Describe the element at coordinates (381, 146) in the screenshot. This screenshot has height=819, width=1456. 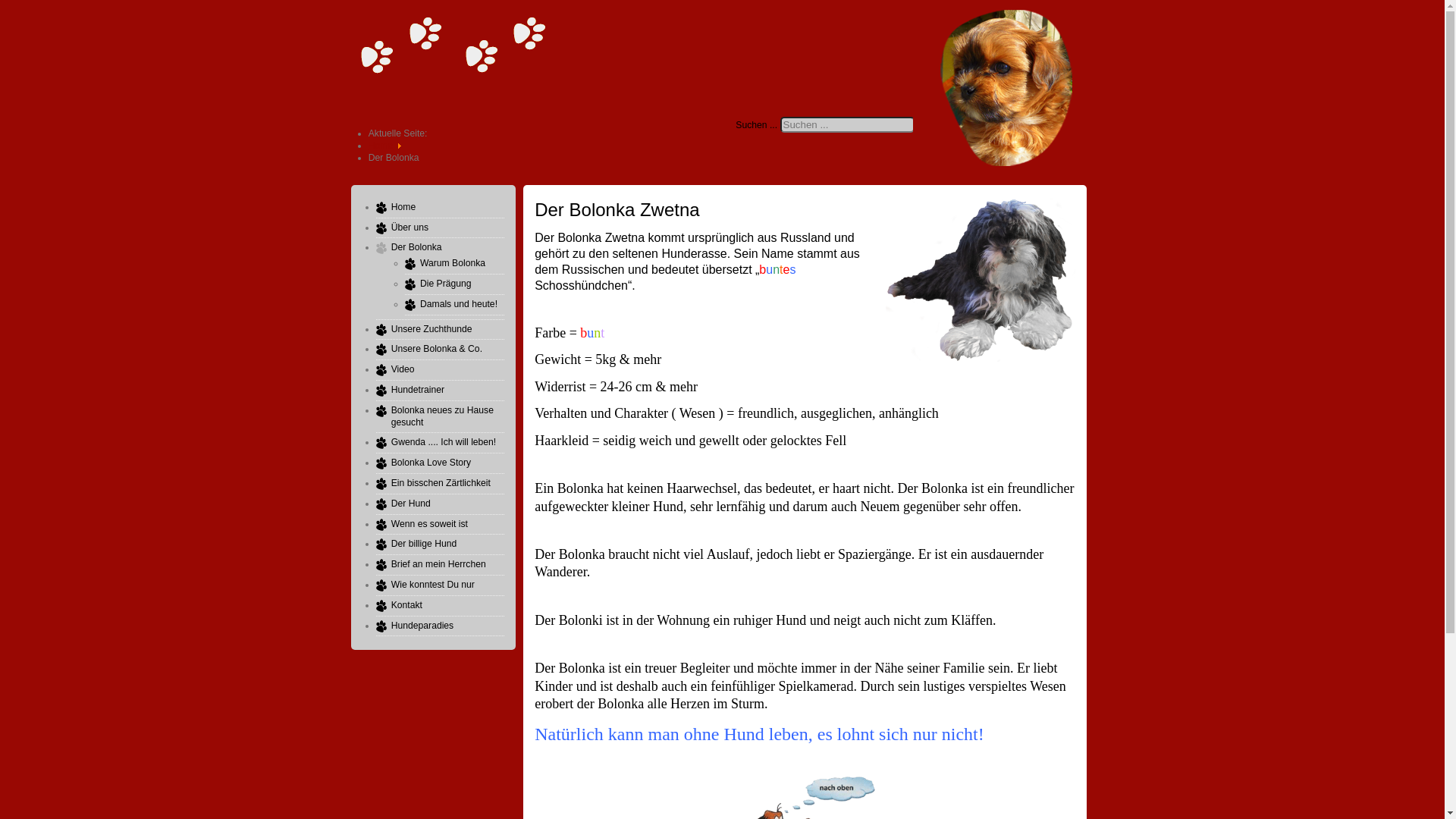
I see `'Home'` at that location.